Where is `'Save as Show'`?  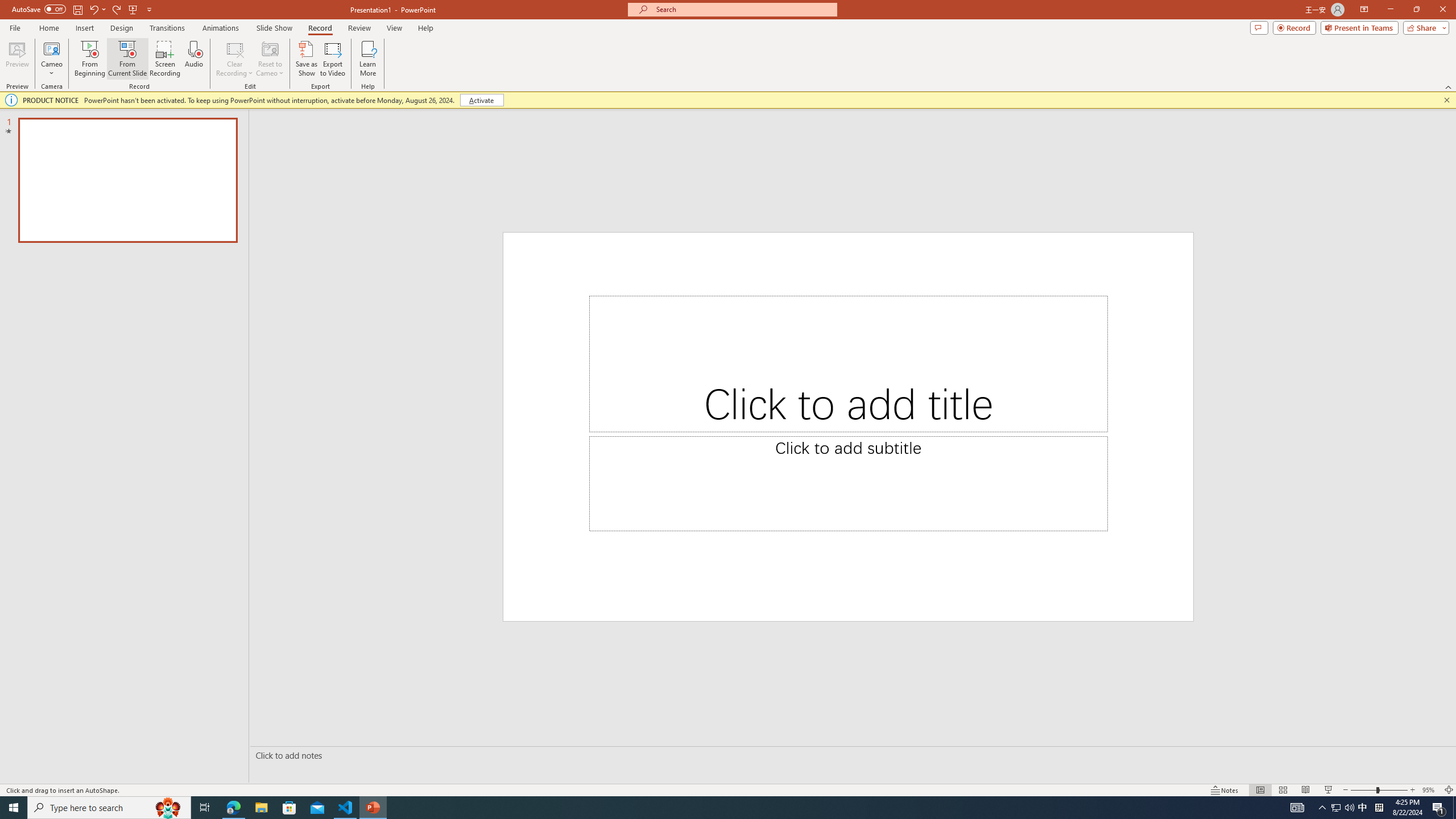 'Save as Show' is located at coordinates (306, 59).